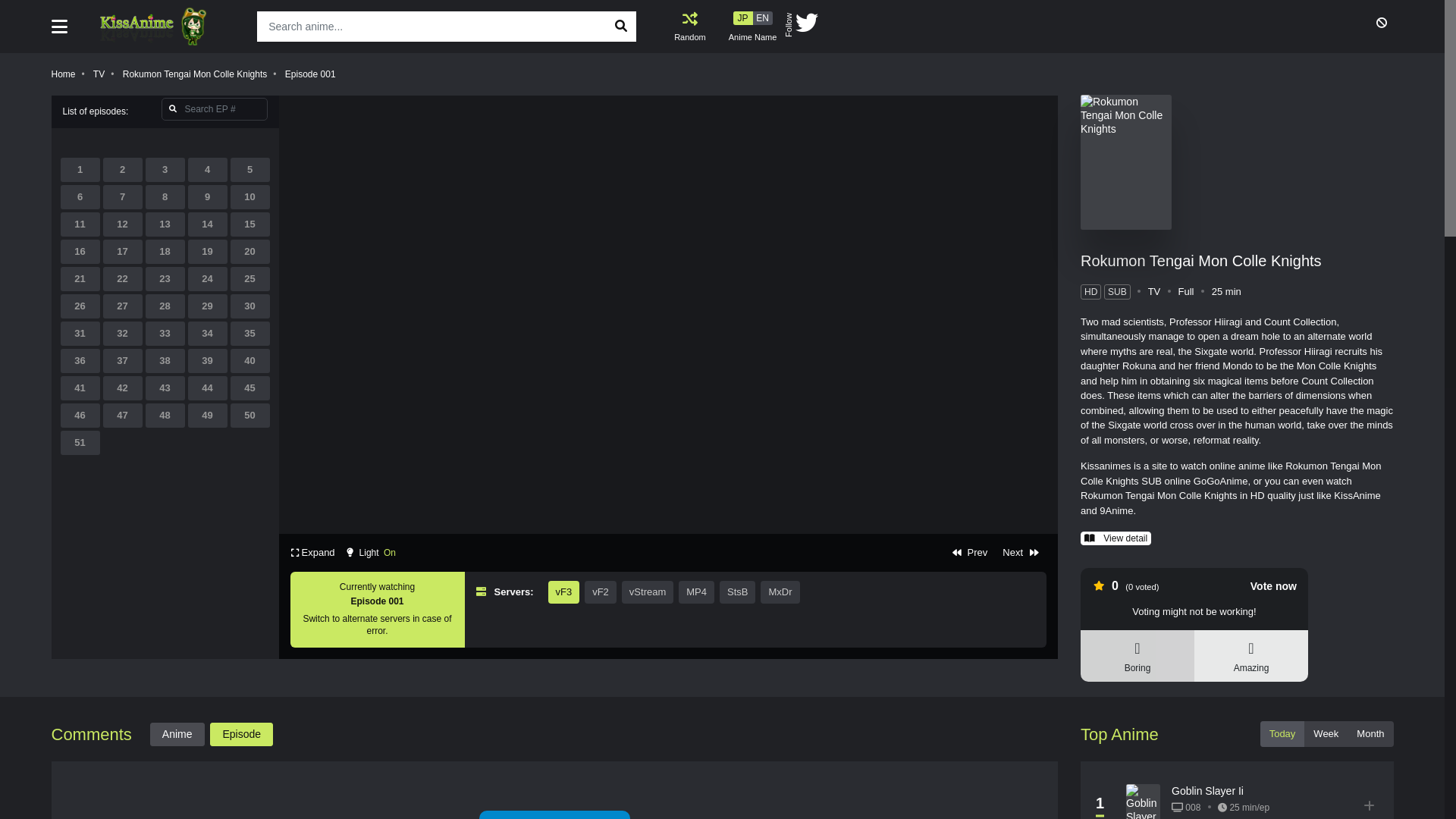 This screenshot has width=1456, height=819. Describe the element at coordinates (79, 196) in the screenshot. I see `'6'` at that location.